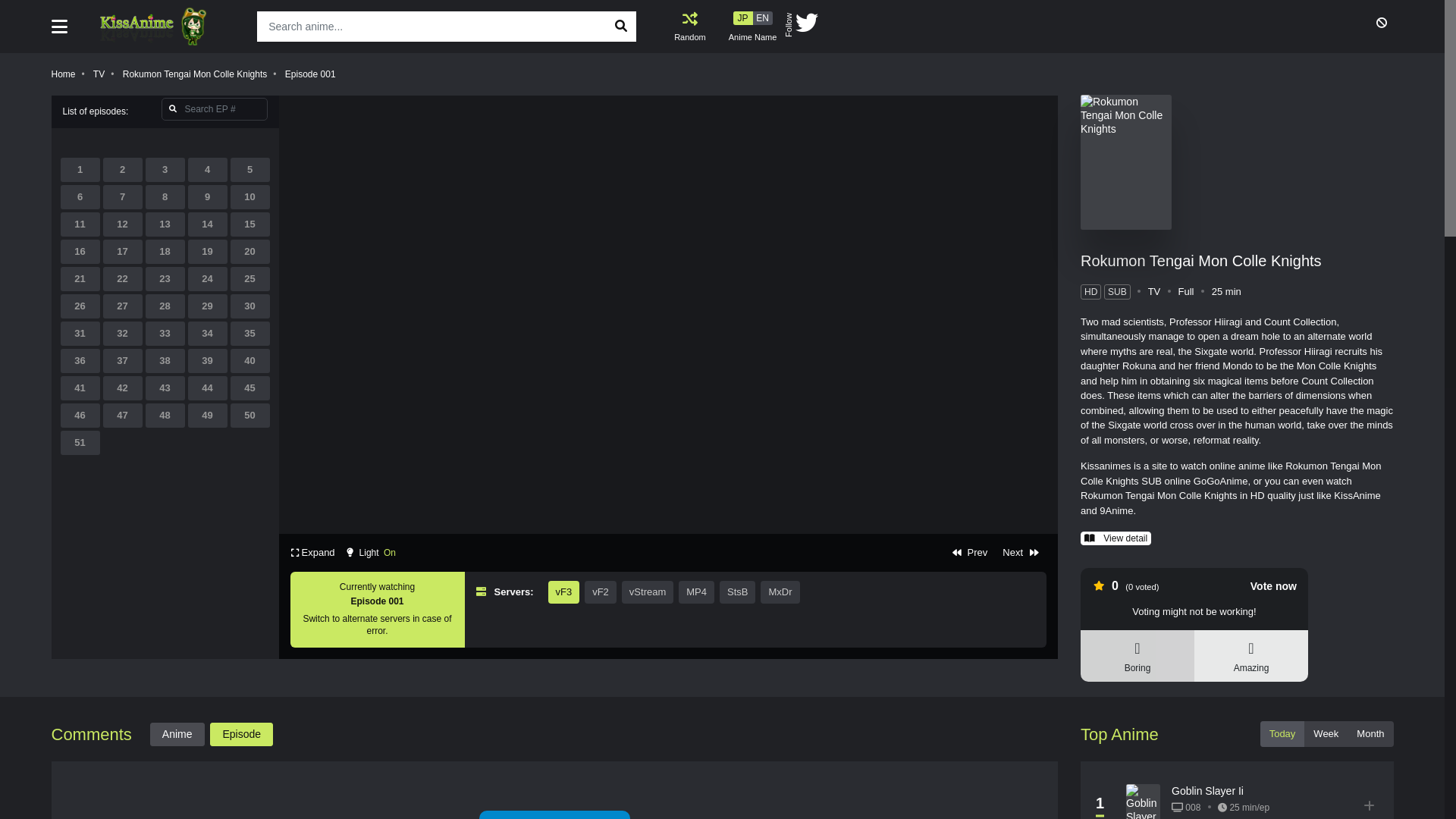 This screenshot has width=1456, height=819. Describe the element at coordinates (79, 196) in the screenshot. I see `'6'` at that location.